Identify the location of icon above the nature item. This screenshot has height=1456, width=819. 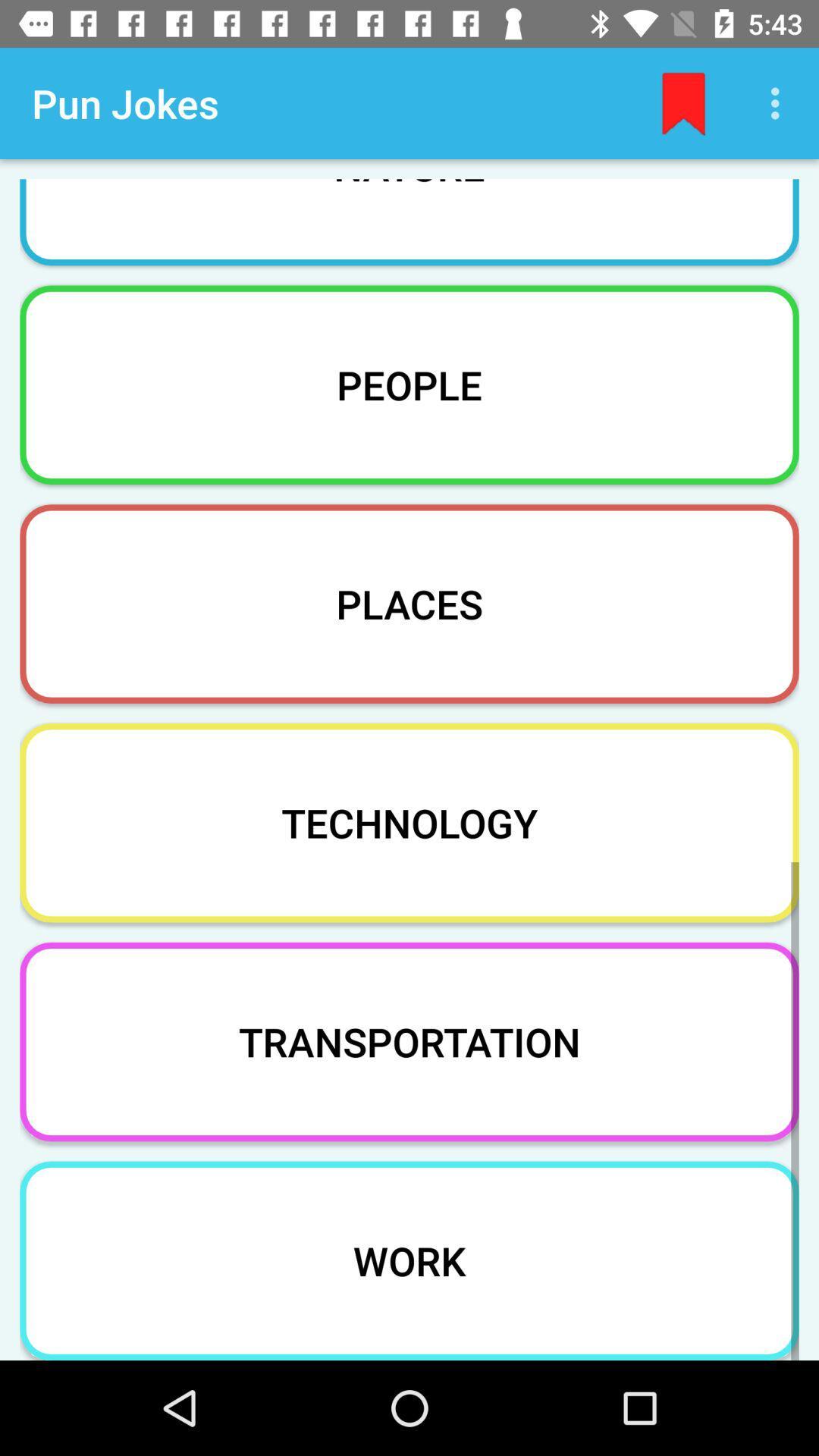
(683, 102).